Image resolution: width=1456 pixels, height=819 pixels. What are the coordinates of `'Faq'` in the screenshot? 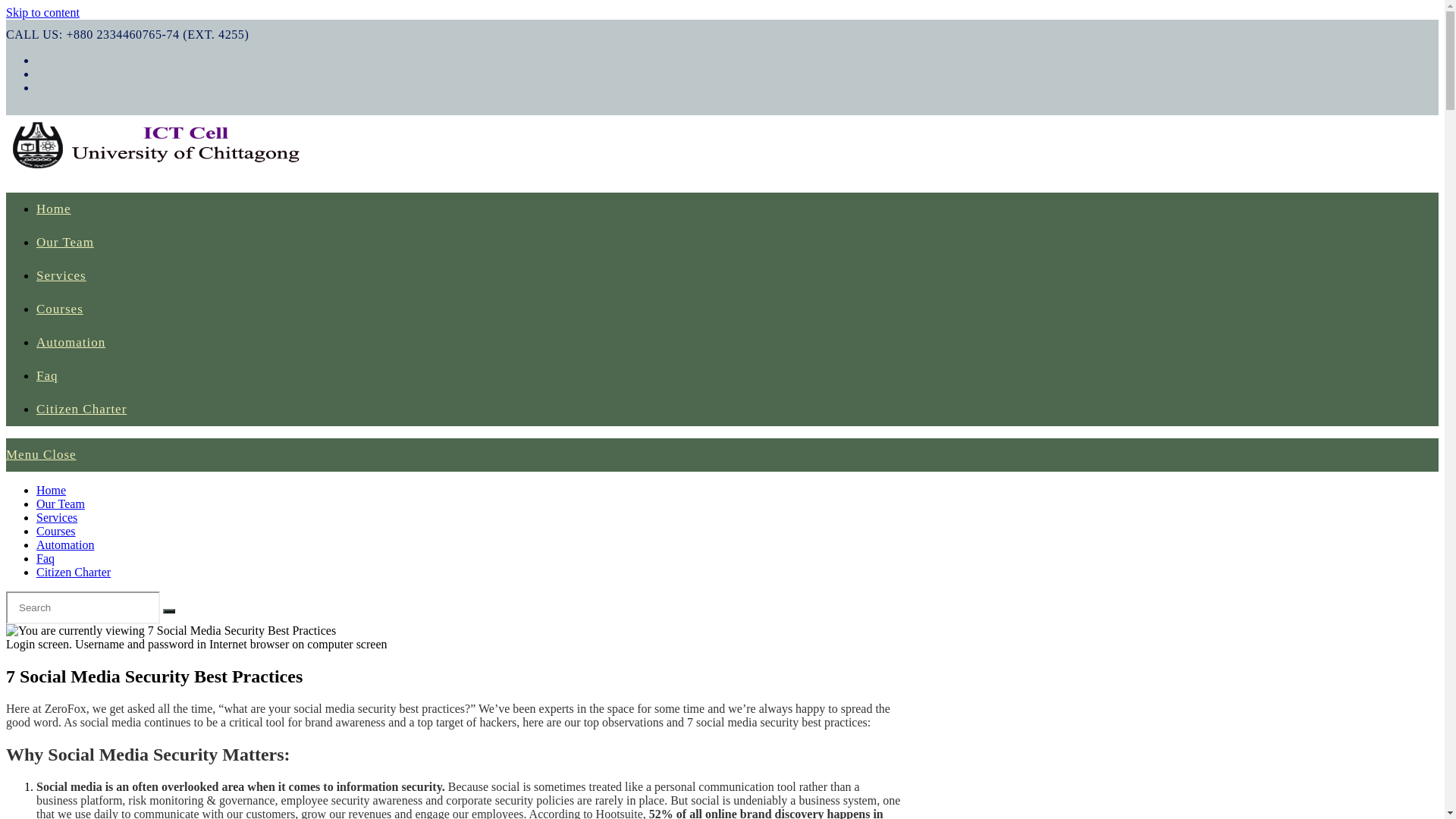 It's located at (47, 375).